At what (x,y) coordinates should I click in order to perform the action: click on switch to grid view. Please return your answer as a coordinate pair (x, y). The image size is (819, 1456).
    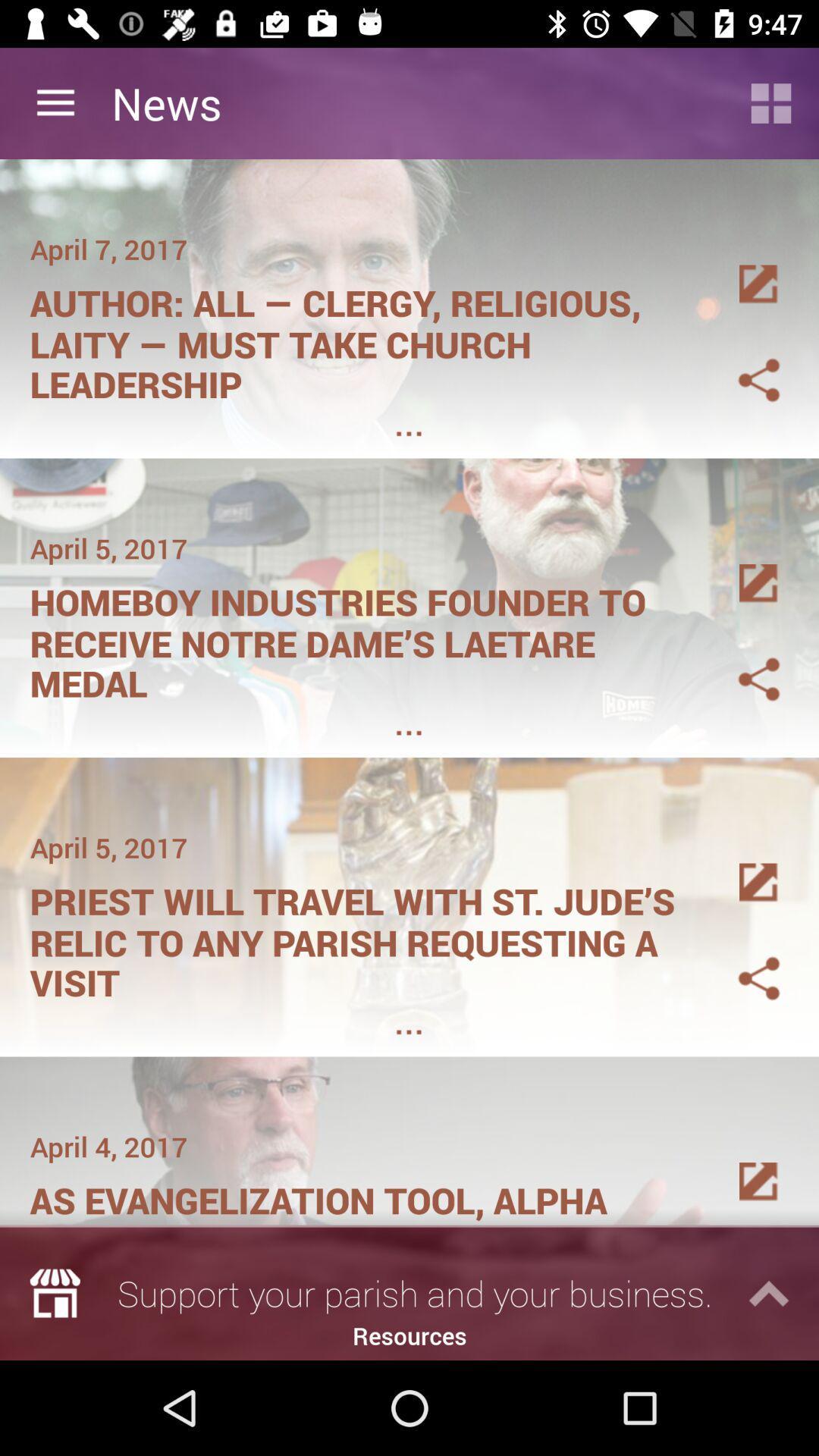
    Looking at the image, I should click on (771, 102).